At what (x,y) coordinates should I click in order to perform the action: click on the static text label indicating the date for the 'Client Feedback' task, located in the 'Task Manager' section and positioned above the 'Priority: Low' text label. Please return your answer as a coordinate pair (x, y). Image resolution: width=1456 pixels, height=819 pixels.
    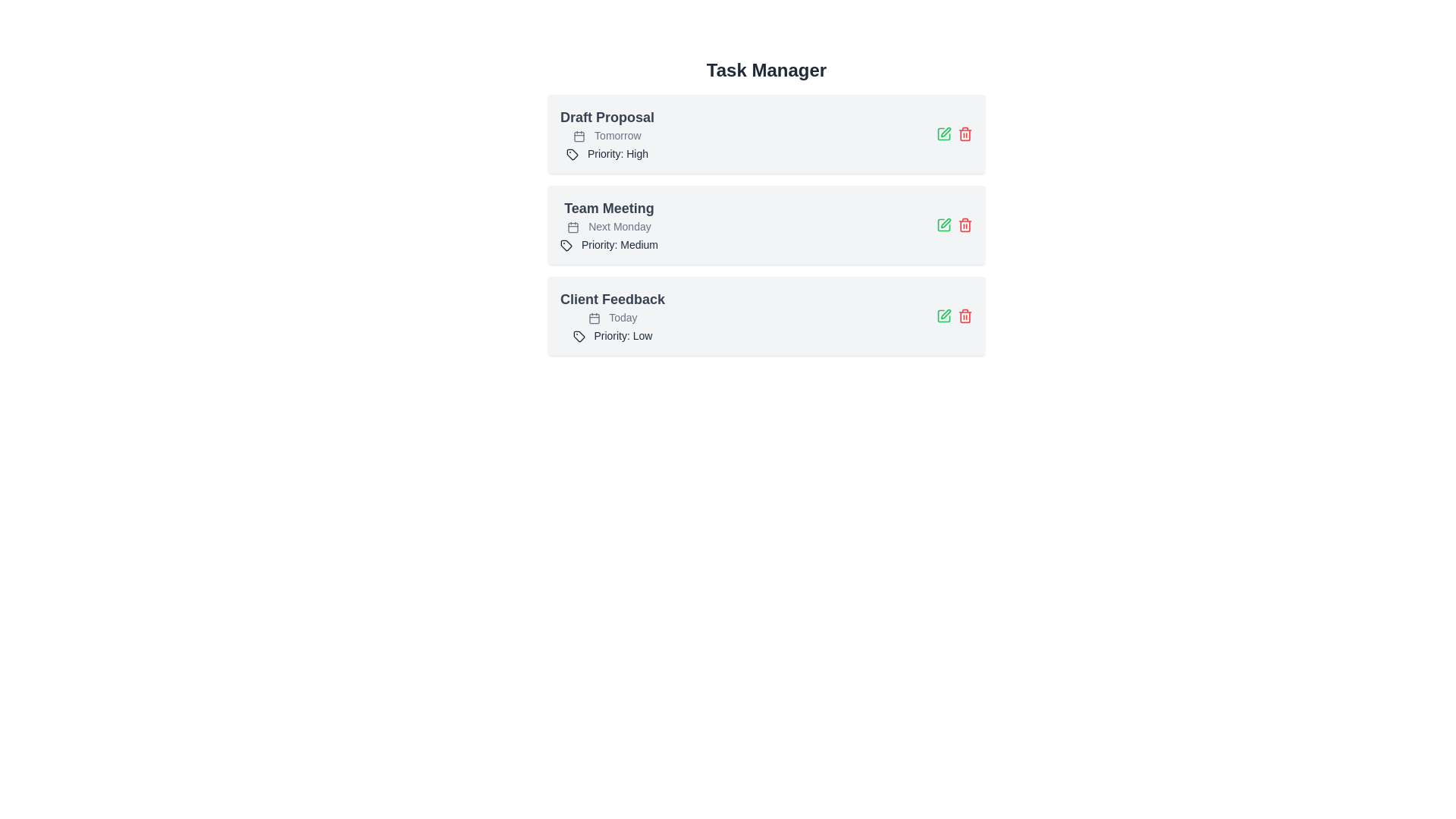
    Looking at the image, I should click on (612, 317).